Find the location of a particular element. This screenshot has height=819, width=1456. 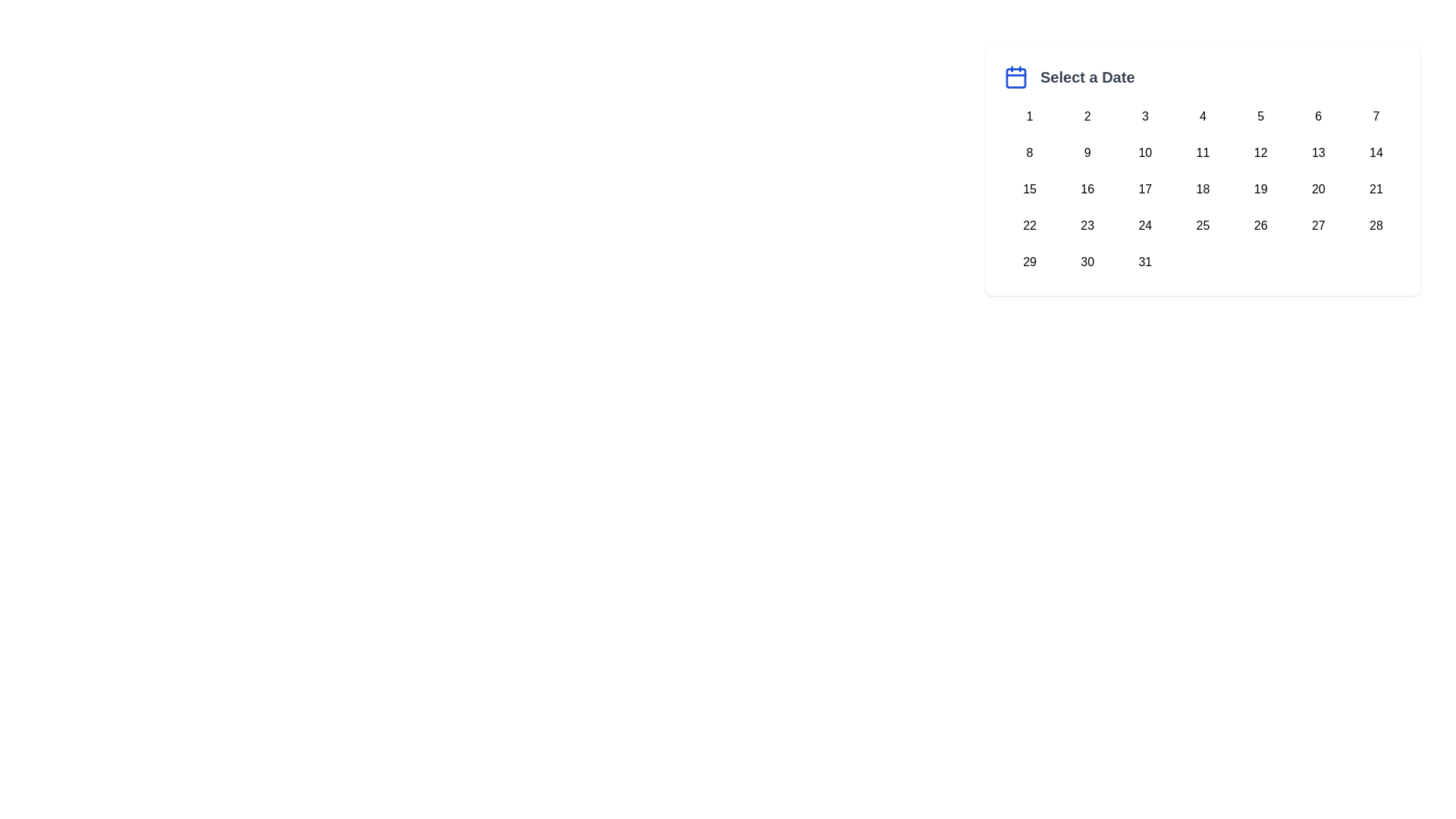

the selectable calendar day labeled '4' located in the grid layout within the 'Select a Date' card is located at coordinates (1202, 116).